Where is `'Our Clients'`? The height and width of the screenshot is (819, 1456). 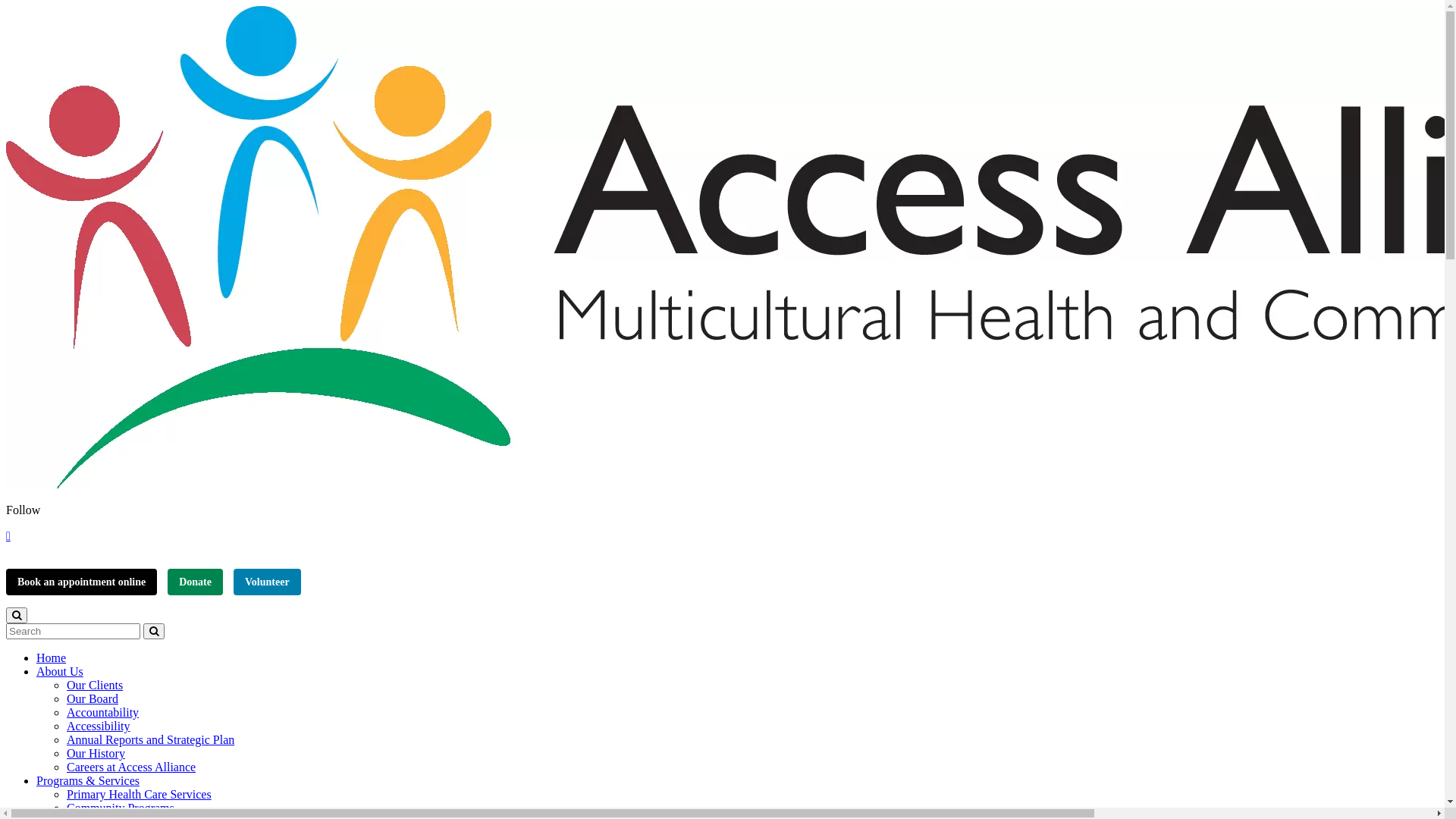 'Our Clients' is located at coordinates (93, 685).